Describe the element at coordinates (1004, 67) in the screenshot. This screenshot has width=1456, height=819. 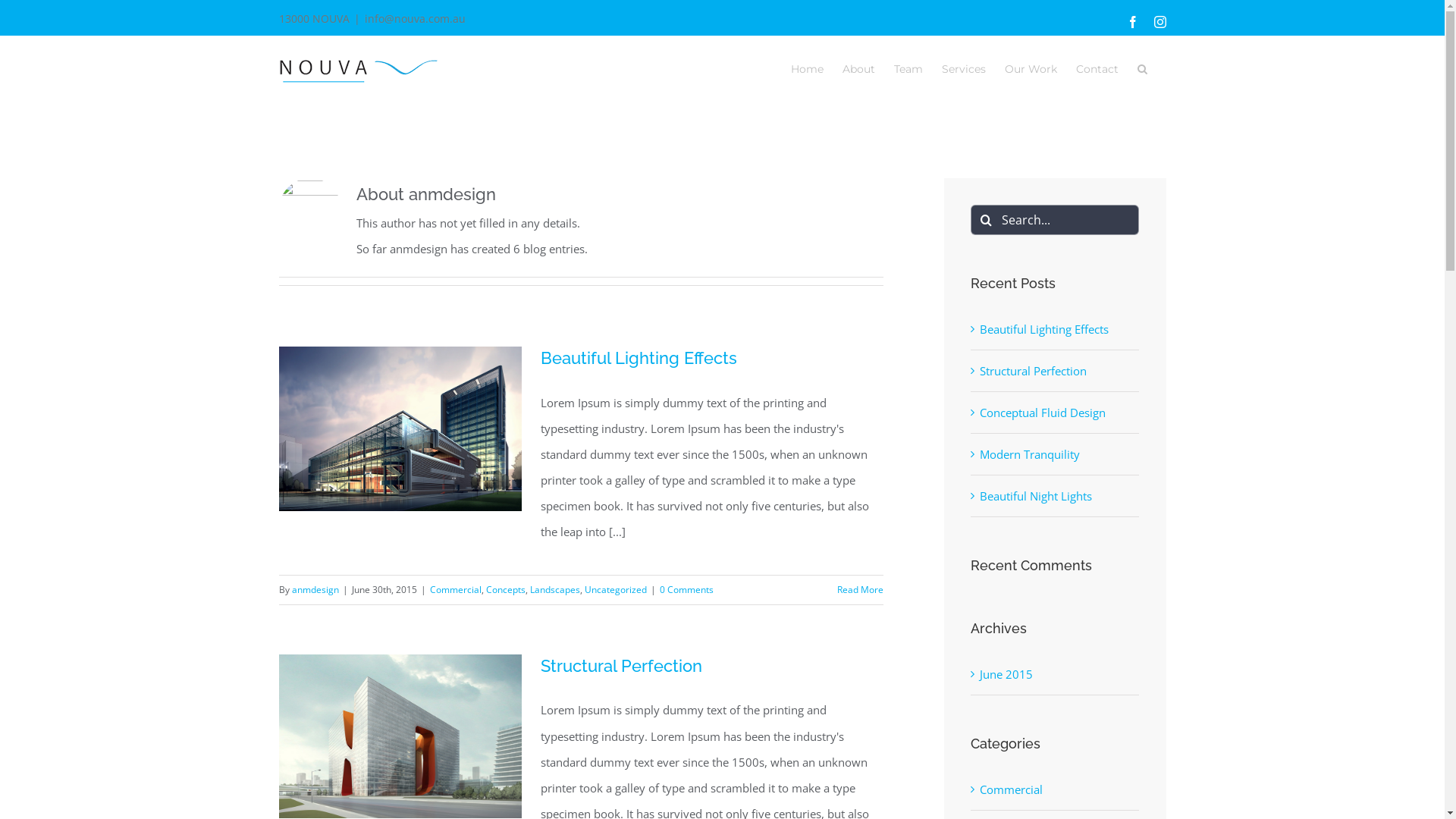
I see `'Our Work'` at that location.